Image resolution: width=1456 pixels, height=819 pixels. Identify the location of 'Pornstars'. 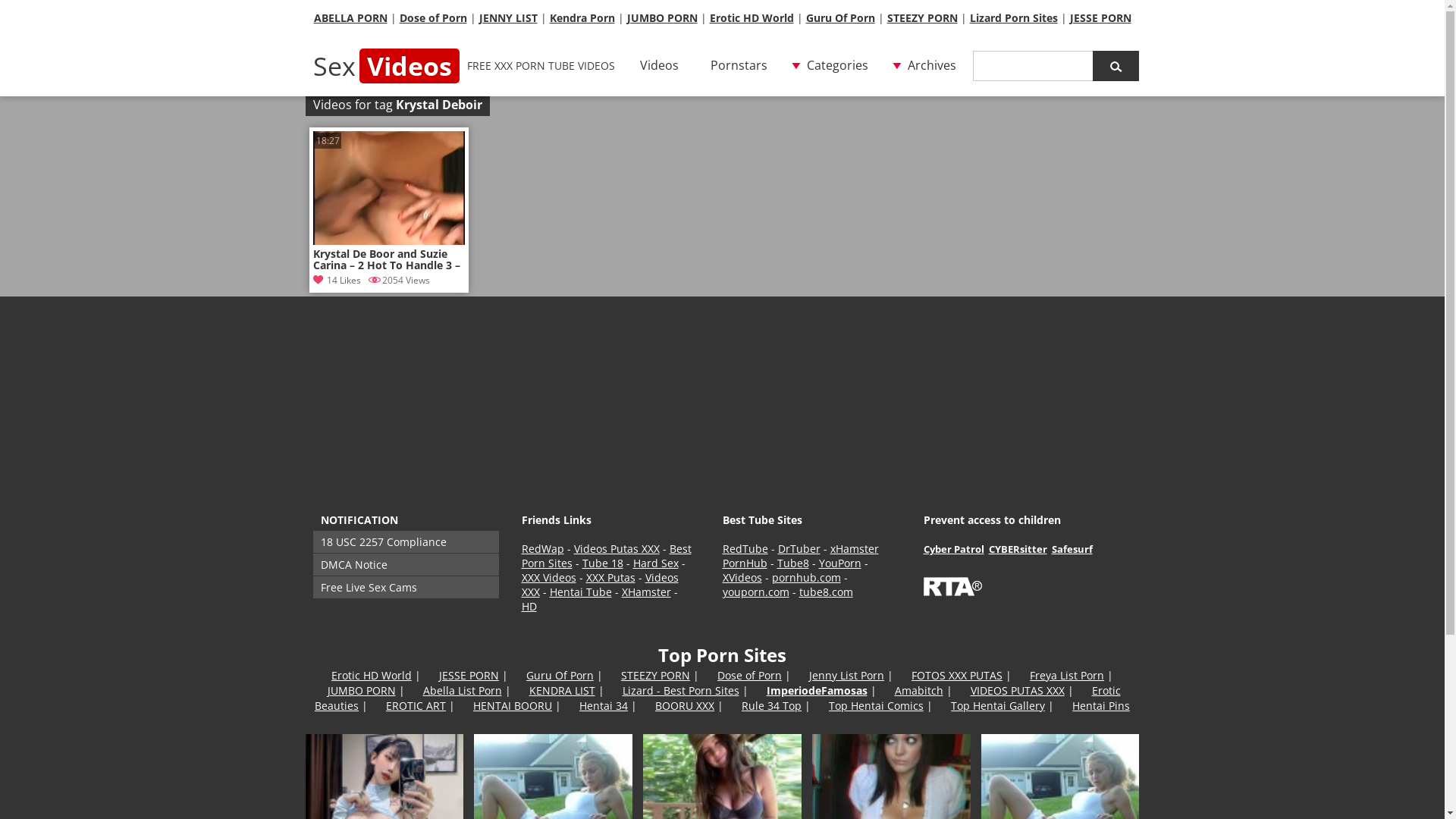
(738, 65).